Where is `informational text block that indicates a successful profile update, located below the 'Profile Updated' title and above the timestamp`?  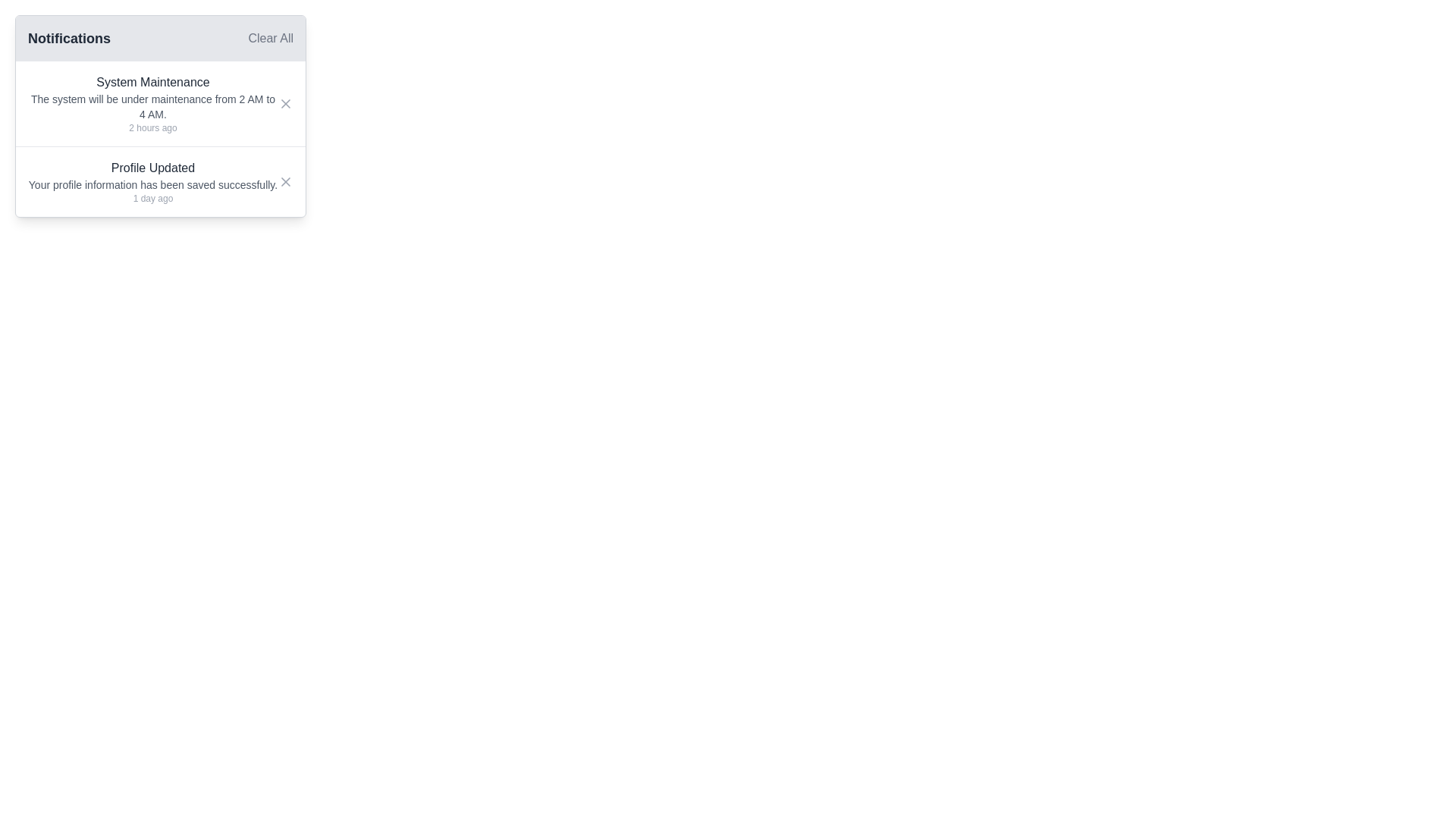
informational text block that indicates a successful profile update, located below the 'Profile Updated' title and above the timestamp is located at coordinates (152, 184).